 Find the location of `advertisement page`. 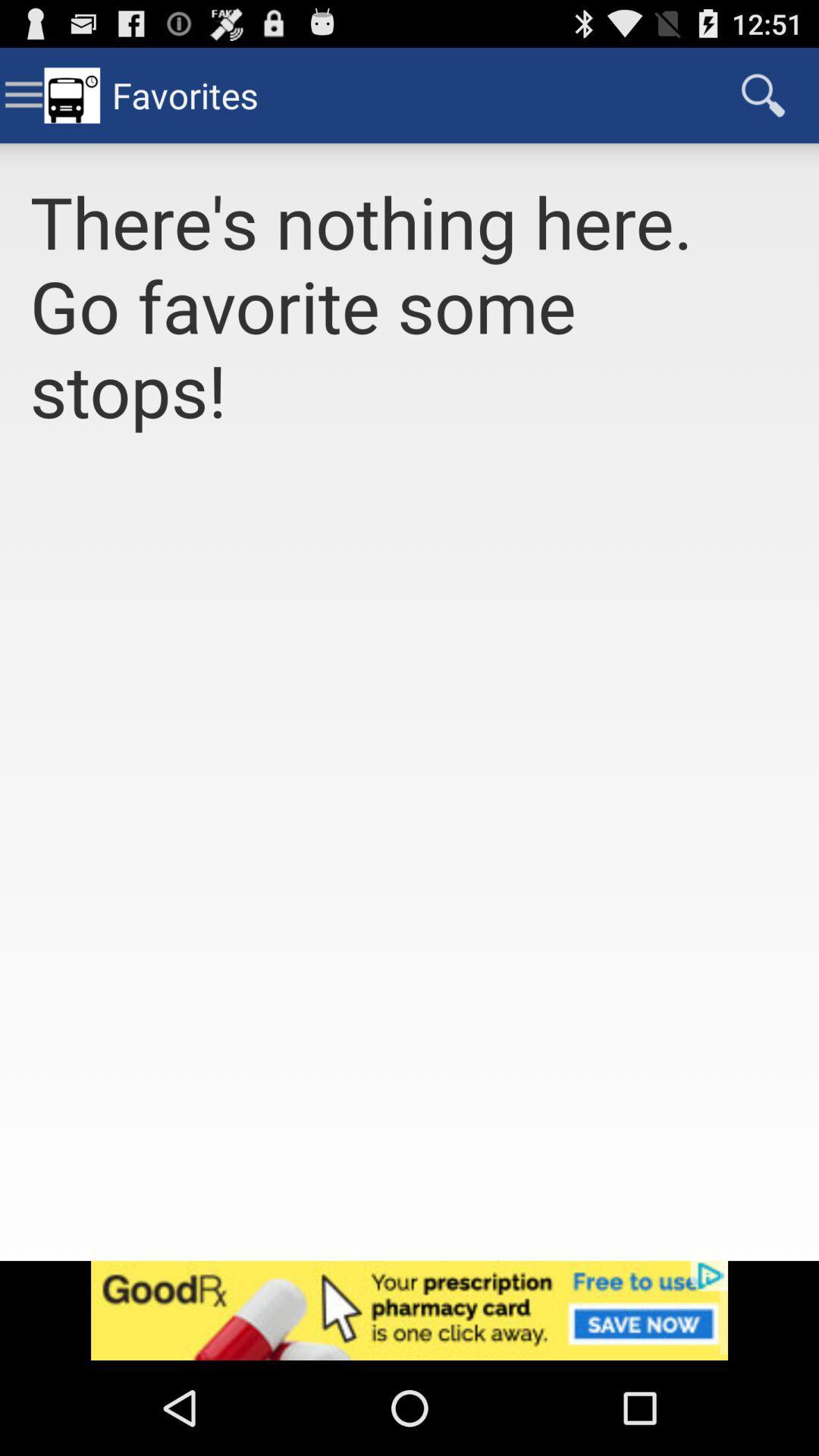

advertisement page is located at coordinates (409, 1310).